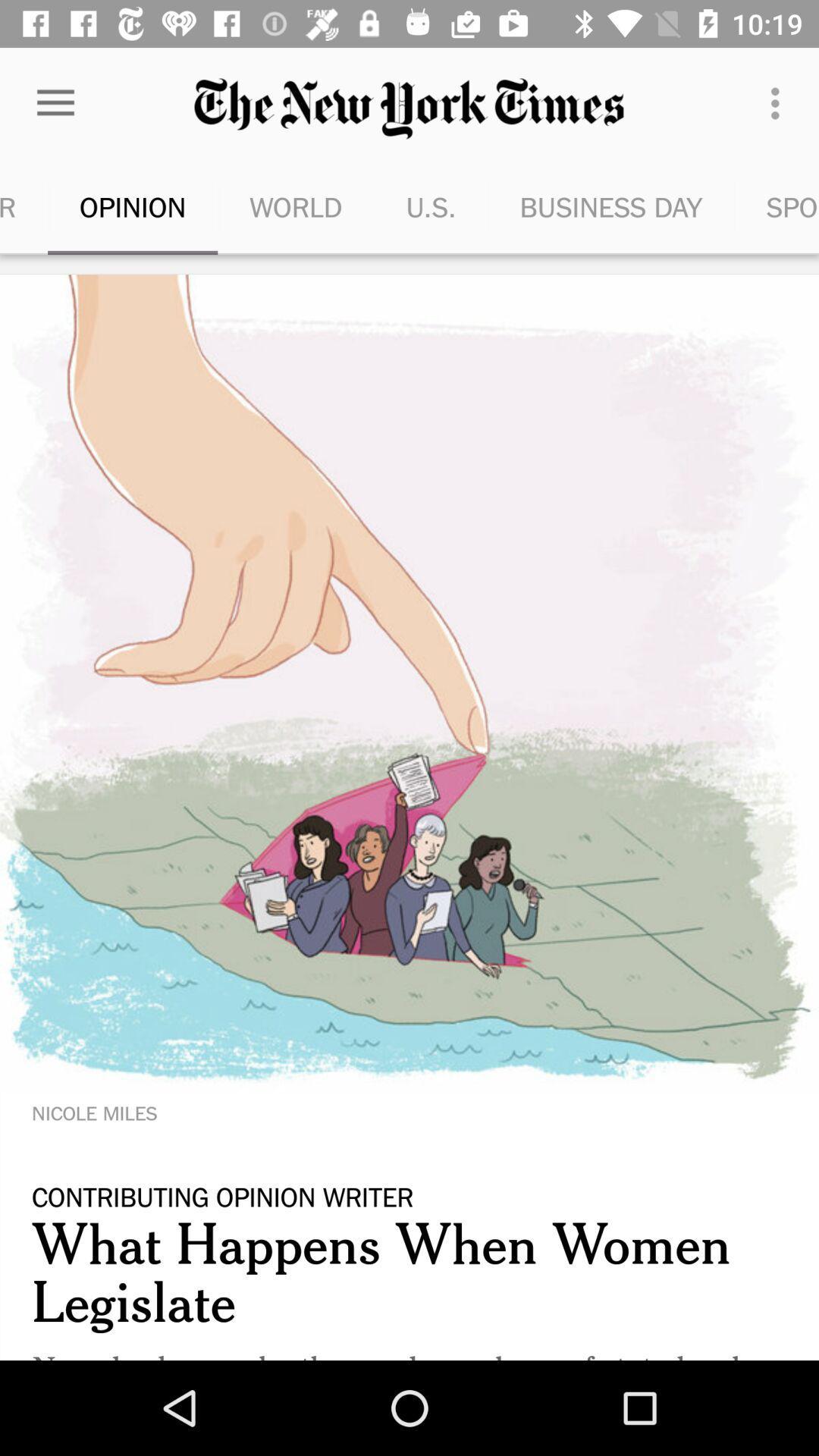  Describe the element at coordinates (296, 206) in the screenshot. I see `the item next to u.s. item` at that location.